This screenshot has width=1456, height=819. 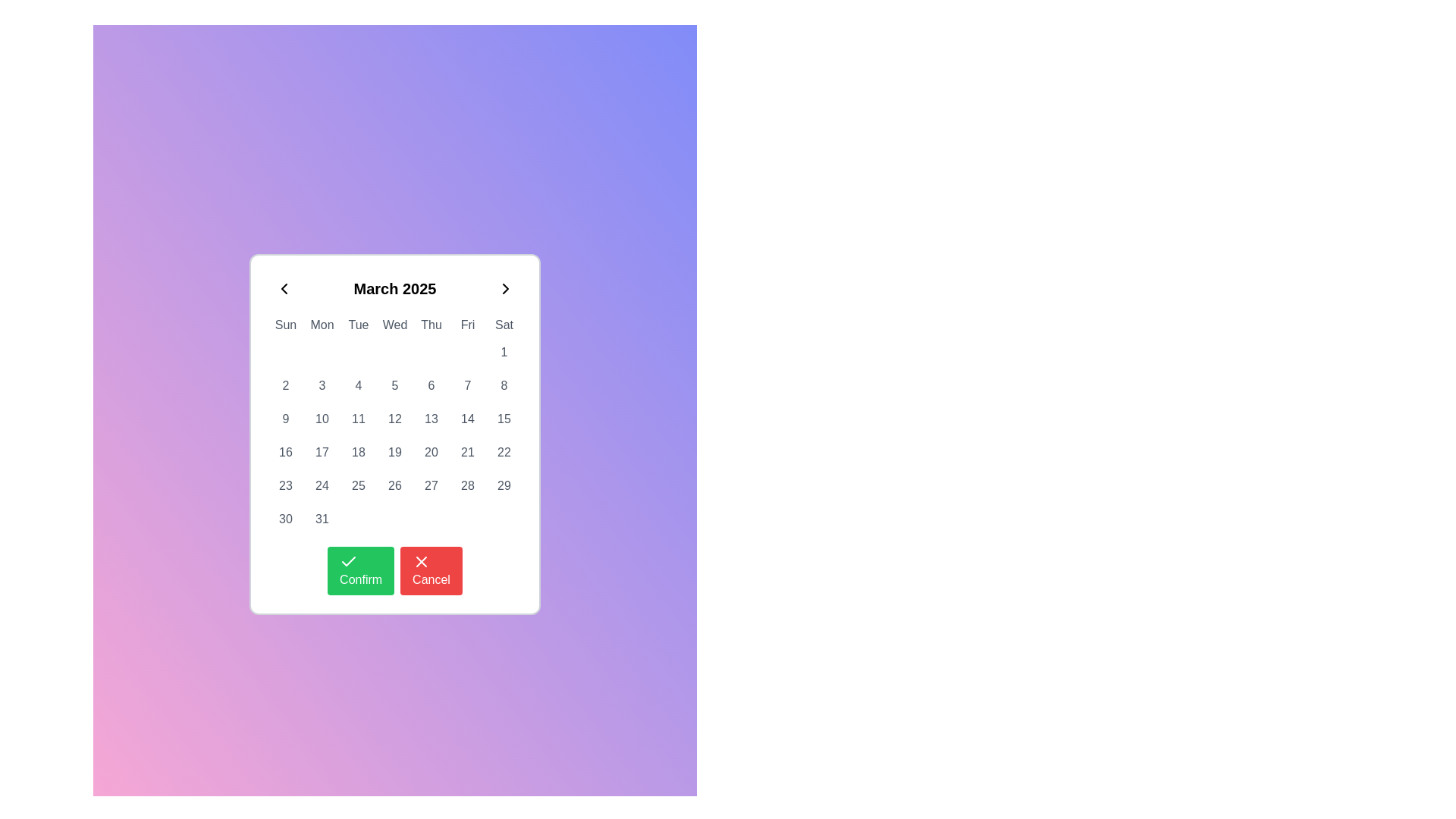 What do you see at coordinates (395, 289) in the screenshot?
I see `displayed month and year from the header element that shows 'March 2025', which is centrally located at the top of the calendar interface, flanked by navigation buttons` at bounding box center [395, 289].